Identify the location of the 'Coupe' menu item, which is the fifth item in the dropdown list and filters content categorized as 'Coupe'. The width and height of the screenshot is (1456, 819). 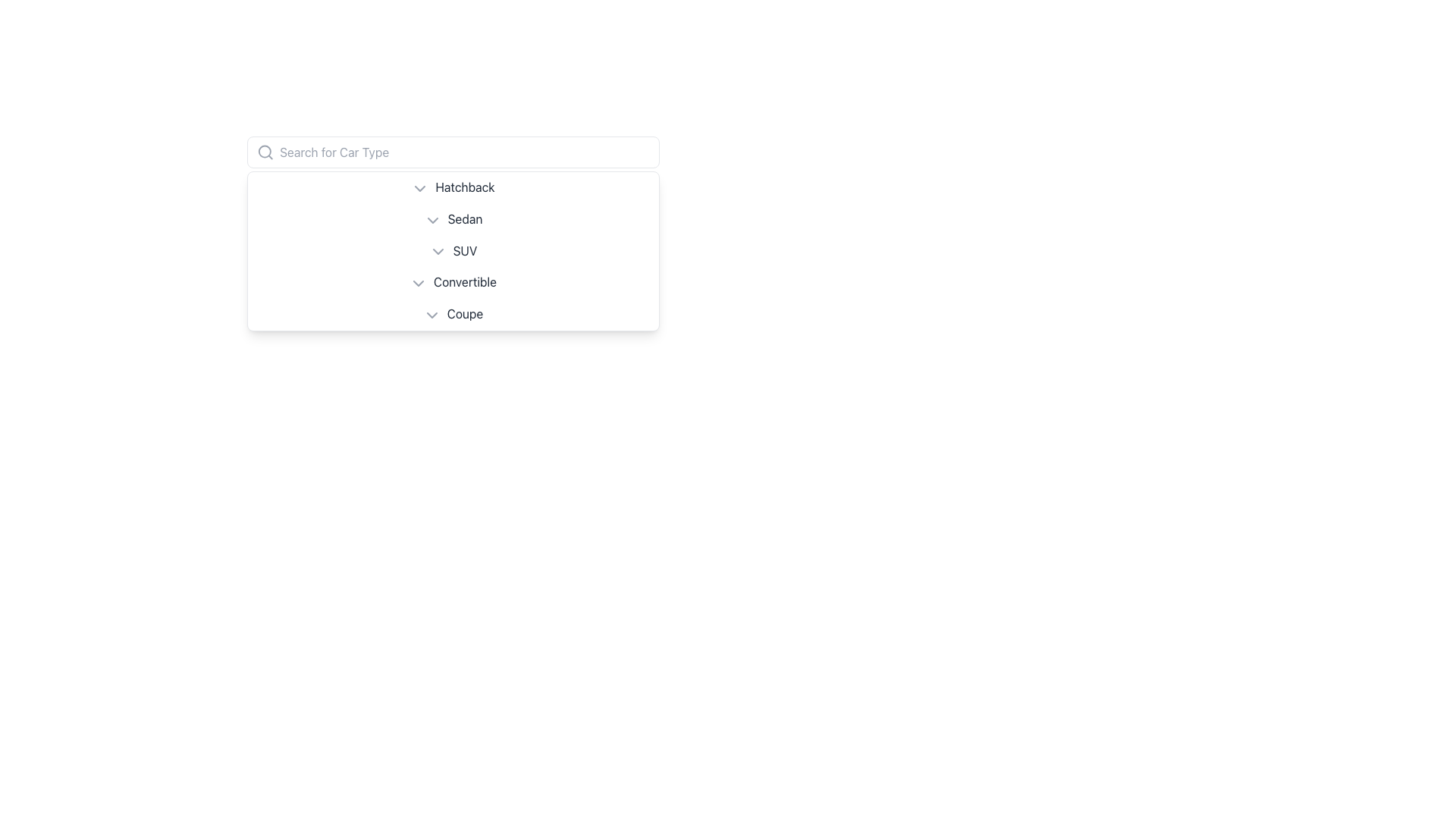
(452, 314).